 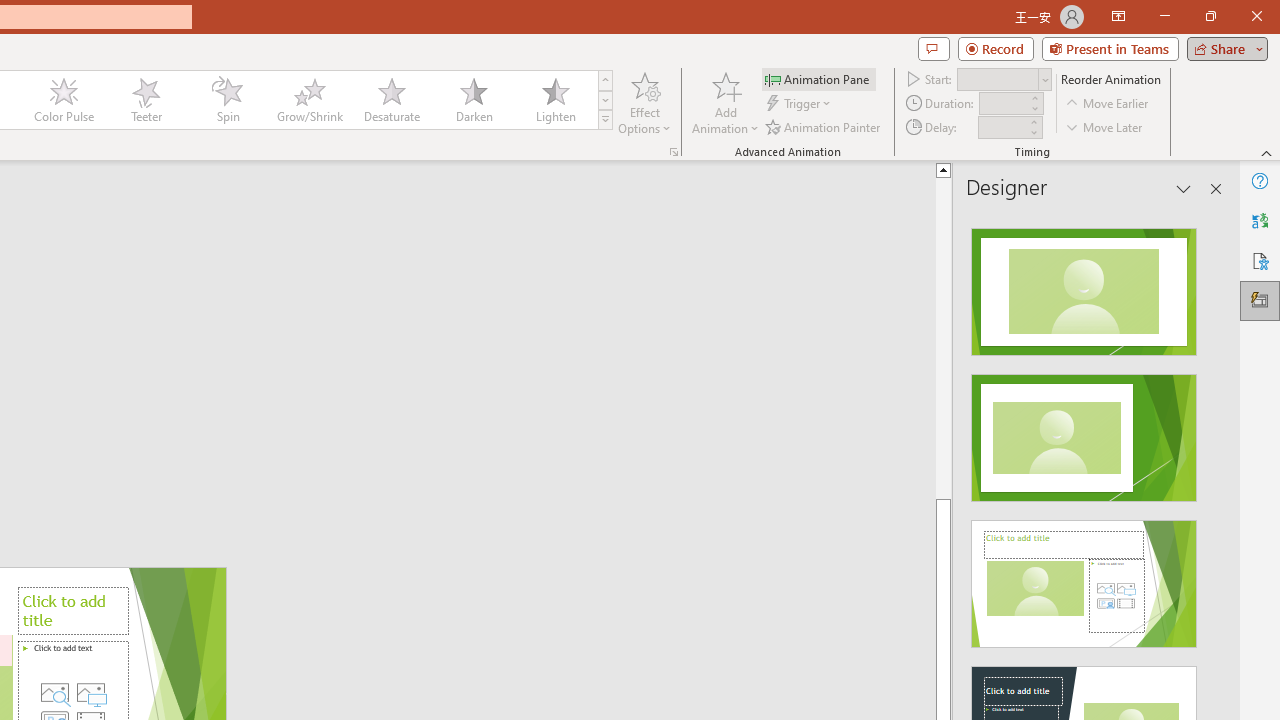 I want to click on 'Trigger', so click(x=800, y=103).